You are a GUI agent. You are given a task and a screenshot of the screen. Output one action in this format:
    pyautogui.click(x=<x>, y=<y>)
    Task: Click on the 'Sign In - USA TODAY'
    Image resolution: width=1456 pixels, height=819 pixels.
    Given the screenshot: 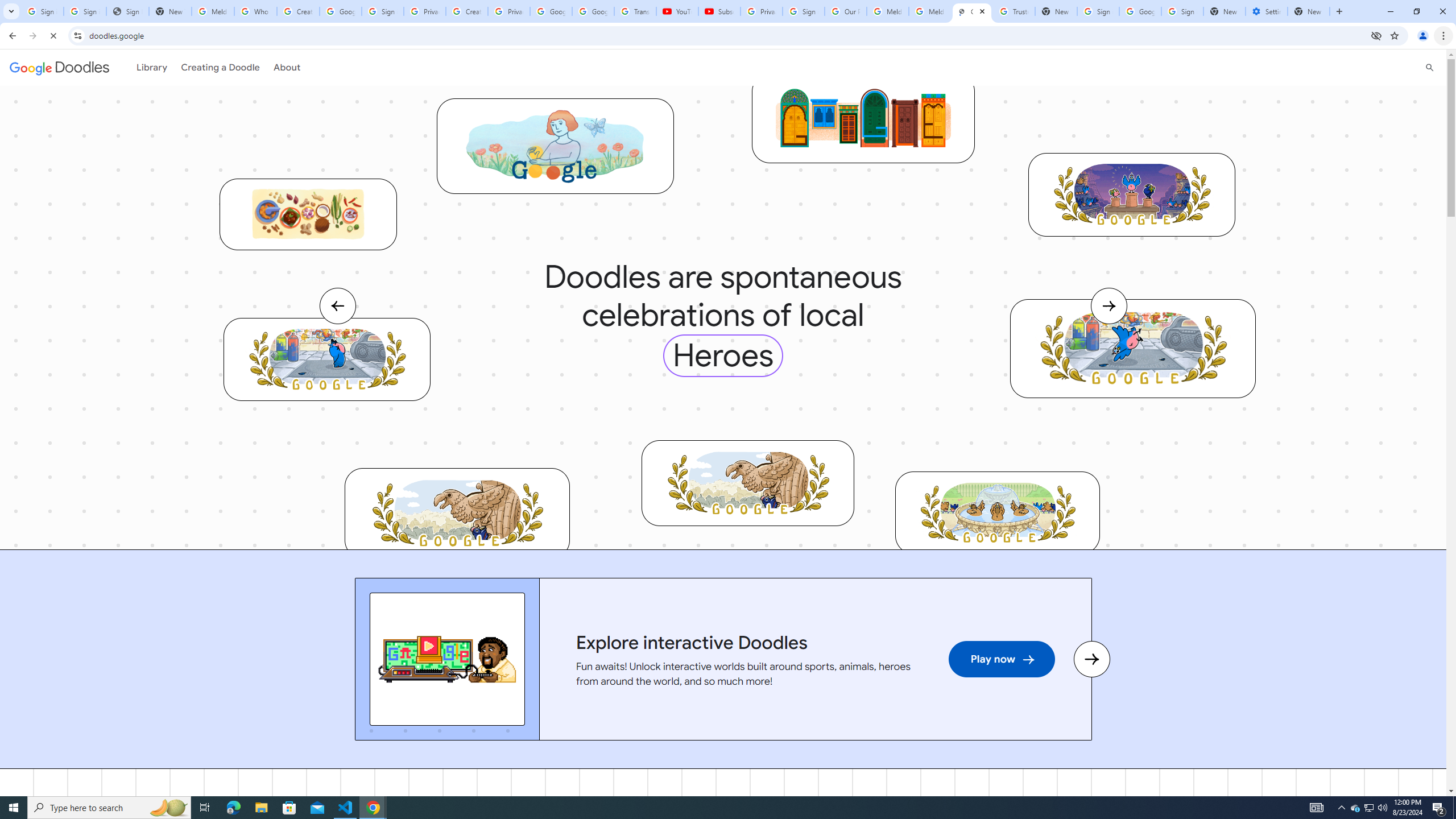 What is the action you would take?
    pyautogui.click(x=127, y=11)
    